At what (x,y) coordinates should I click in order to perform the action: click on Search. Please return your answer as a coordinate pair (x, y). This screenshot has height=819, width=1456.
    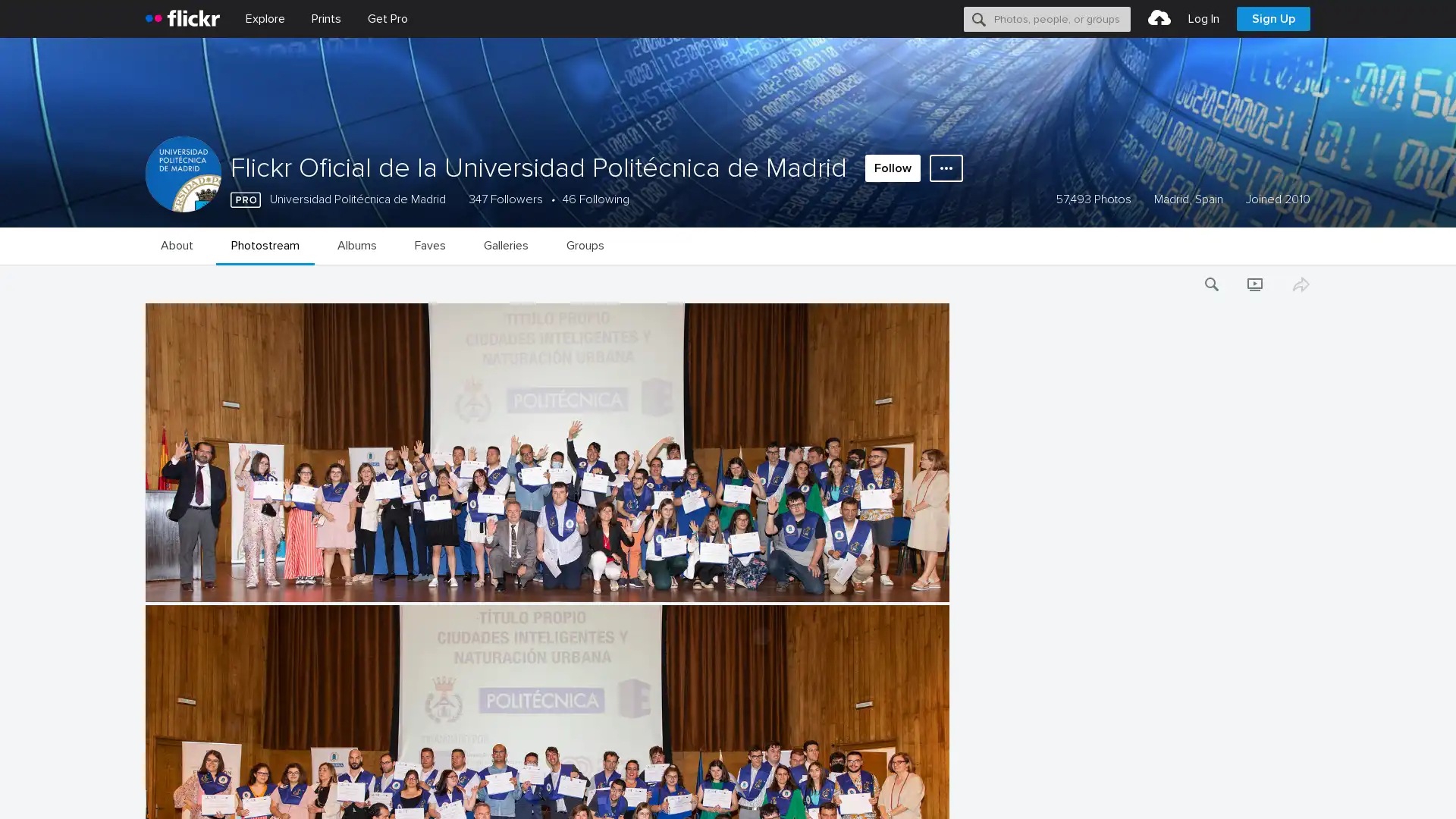
    Looking at the image, I should click on (979, 18).